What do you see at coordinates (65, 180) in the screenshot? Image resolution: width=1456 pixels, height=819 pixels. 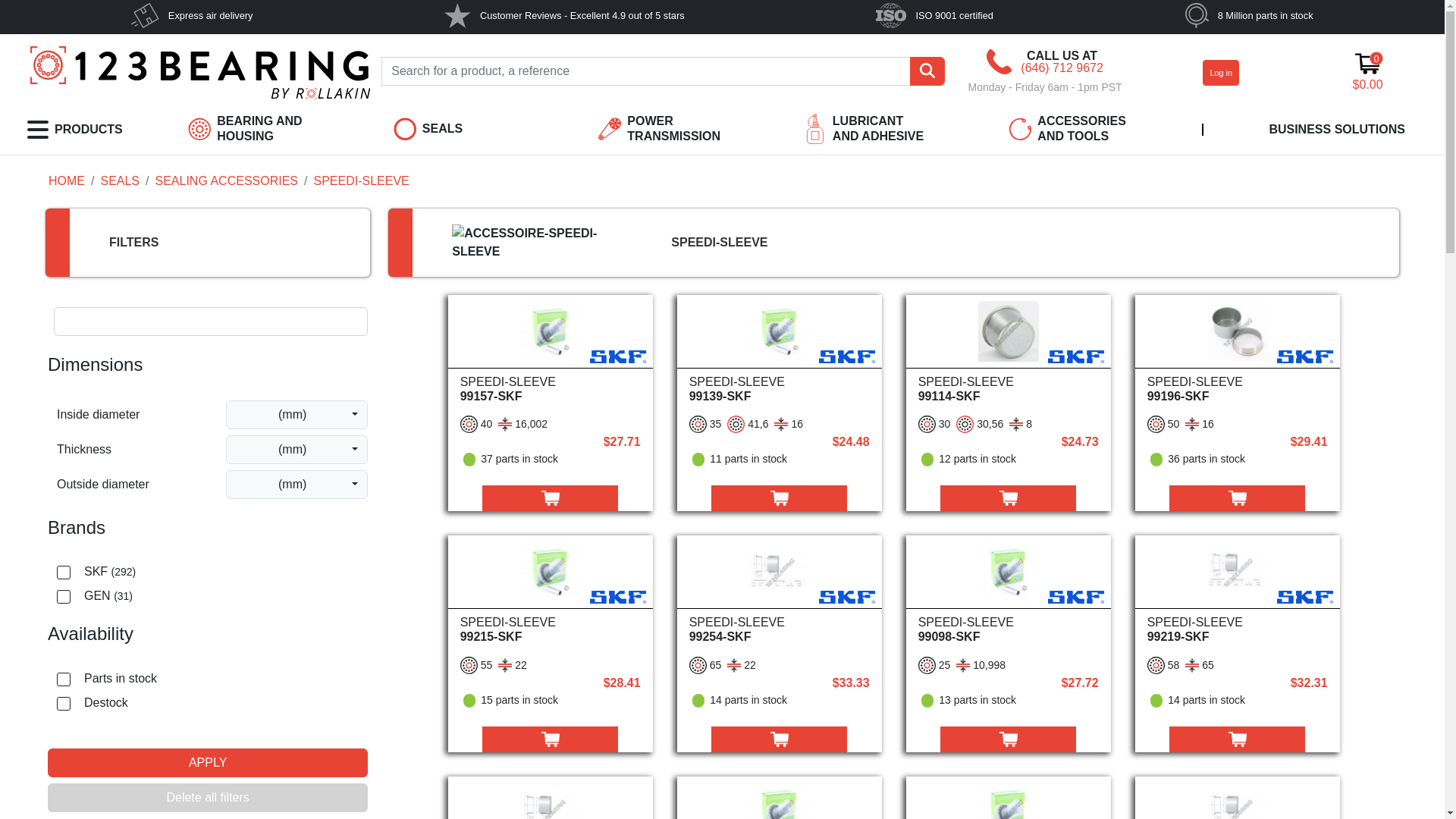 I see `'HOME'` at bounding box center [65, 180].